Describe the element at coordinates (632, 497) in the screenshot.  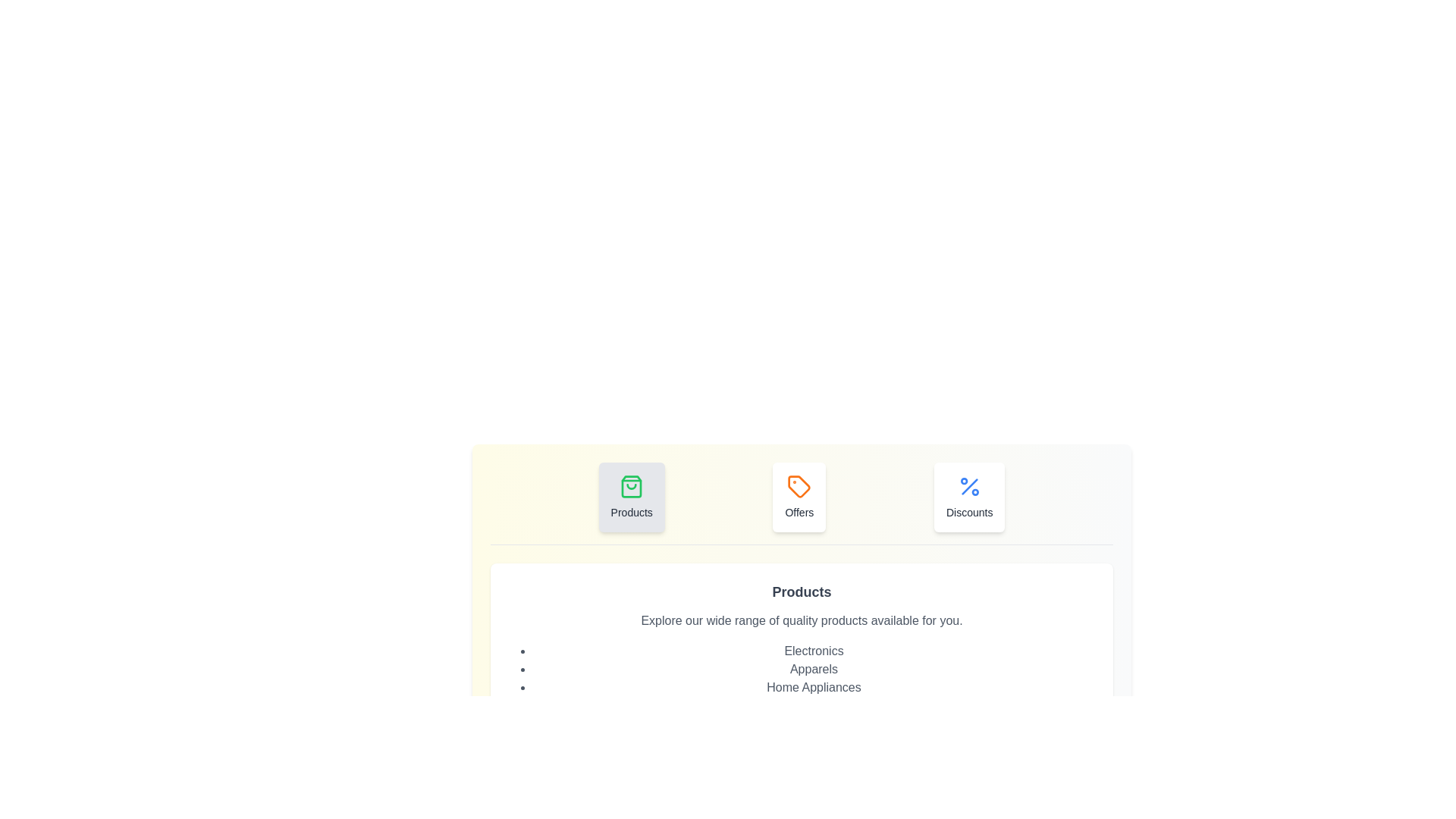
I see `the tab labeled Products to switch to the respective category` at that location.